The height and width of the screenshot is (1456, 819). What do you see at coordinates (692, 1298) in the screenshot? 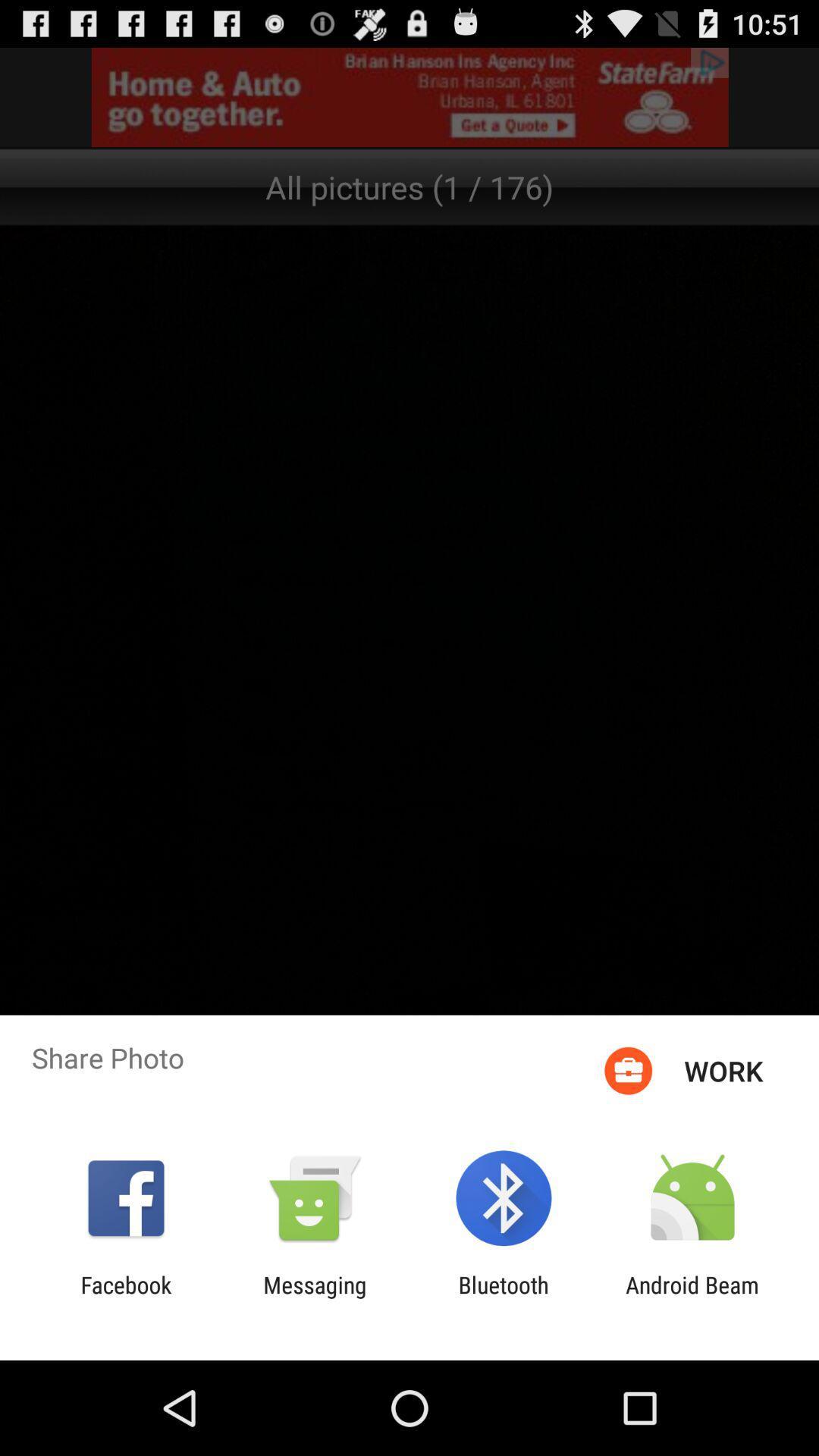
I see `the app next to bluetooth app` at bounding box center [692, 1298].